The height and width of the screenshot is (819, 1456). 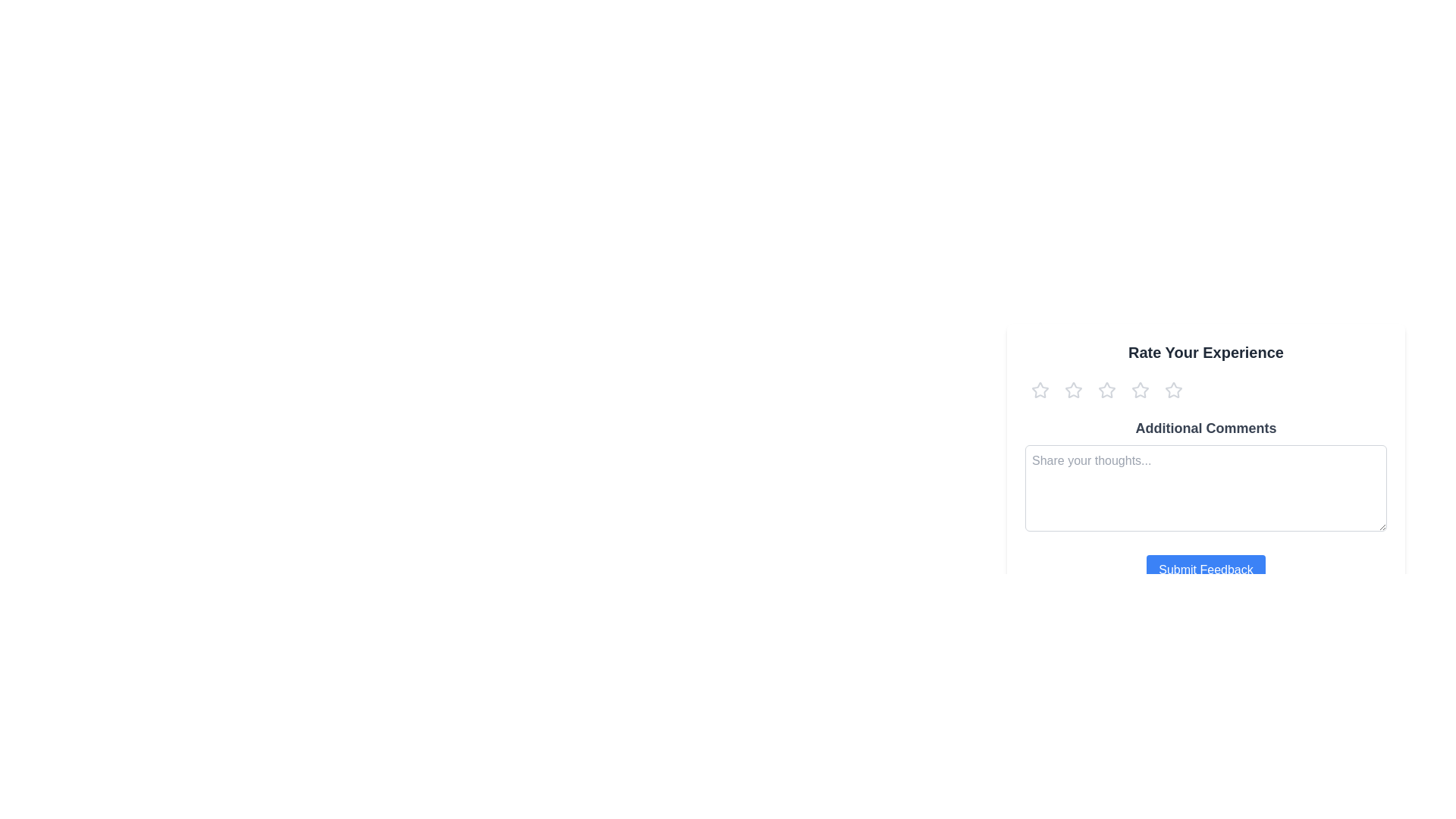 I want to click on the second star icon from the left in the five-star rating component to rate the experience with two stars, so click(x=1073, y=390).